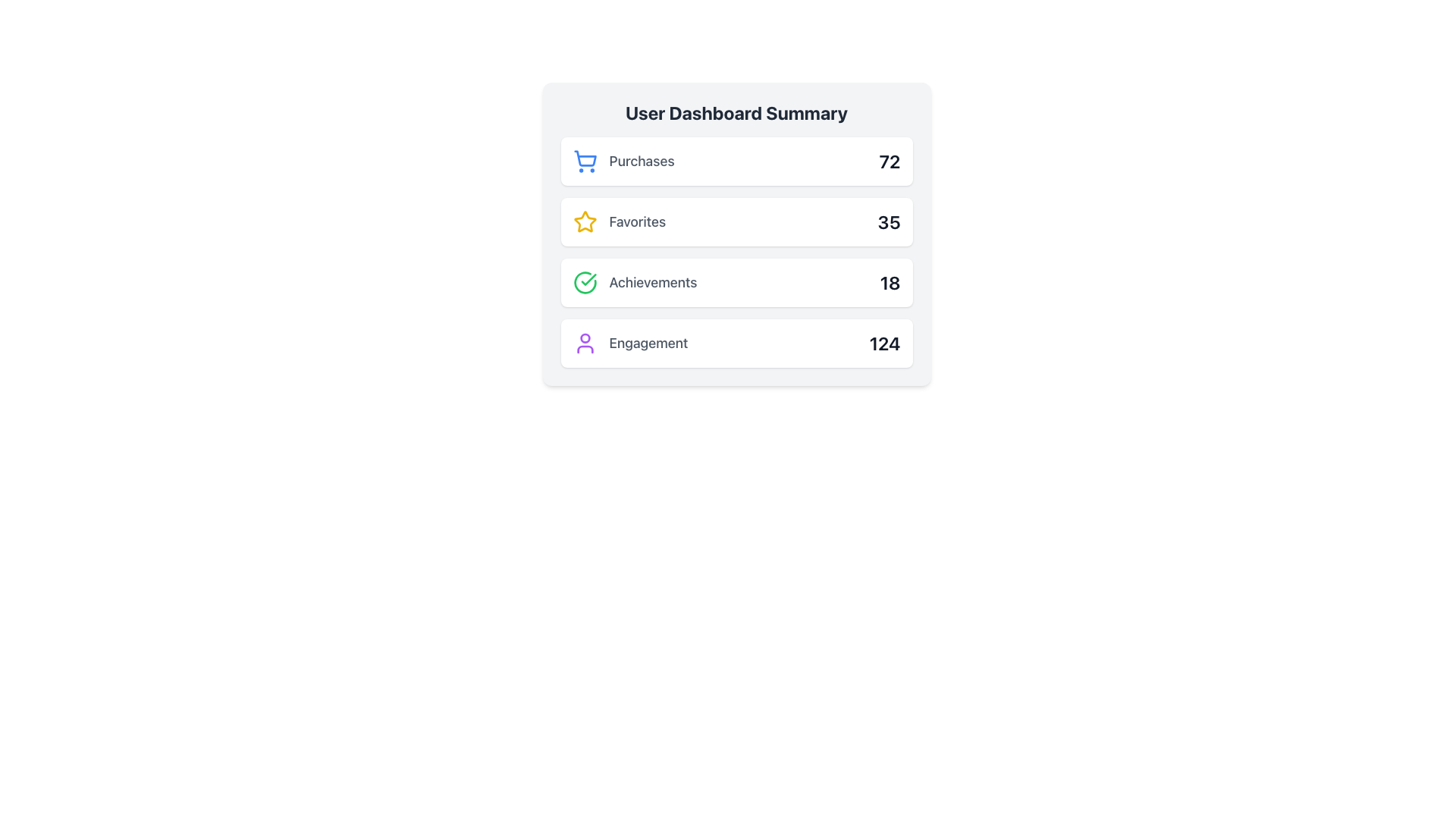  Describe the element at coordinates (584, 161) in the screenshot. I see `the blue shopping cart icon located in the first row of the dashboard, adjacent to the 'Purchases' label` at that location.